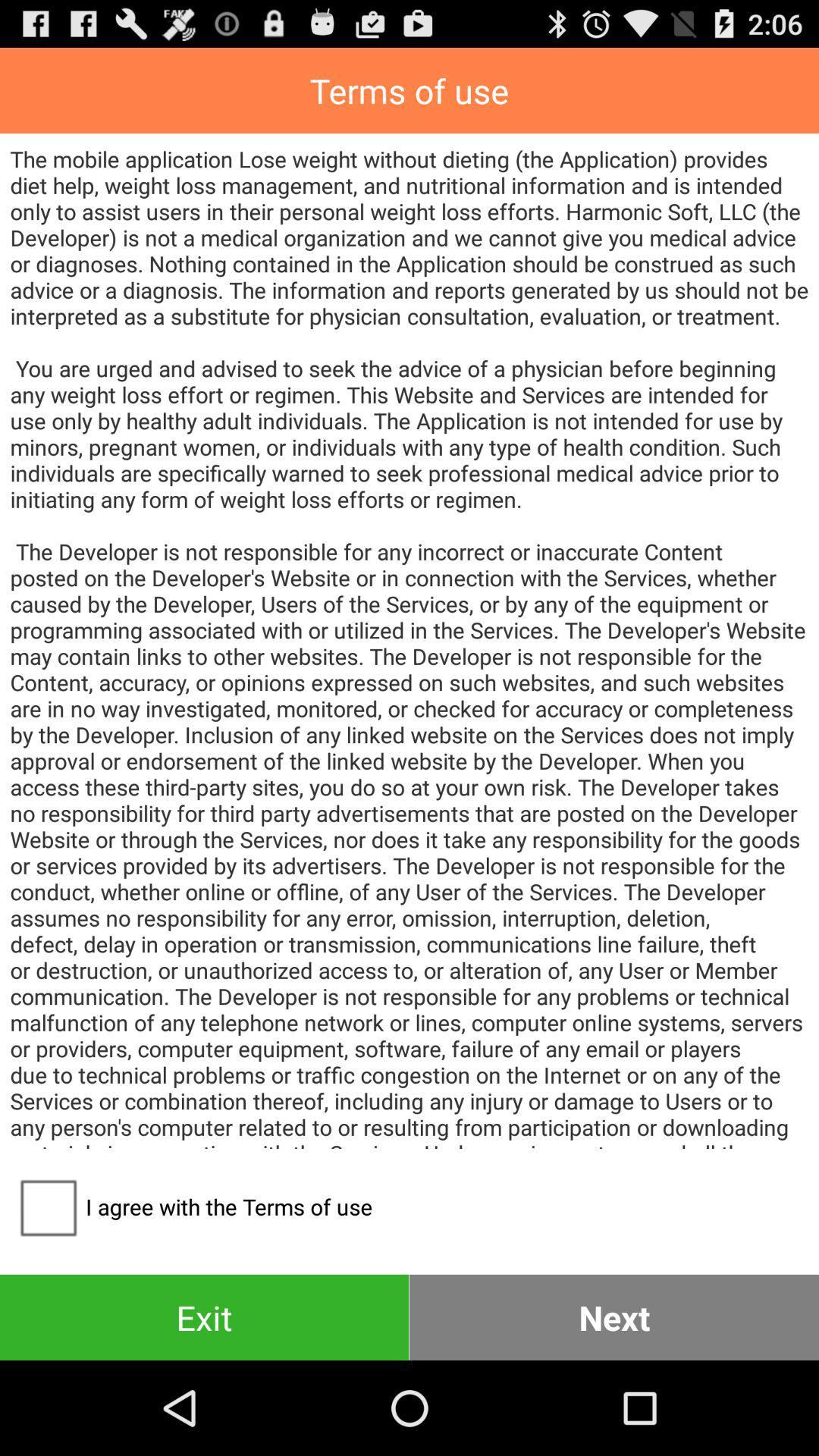 Image resolution: width=819 pixels, height=1456 pixels. Describe the element at coordinates (190, 1206) in the screenshot. I see `the icon below the the mobile application` at that location.